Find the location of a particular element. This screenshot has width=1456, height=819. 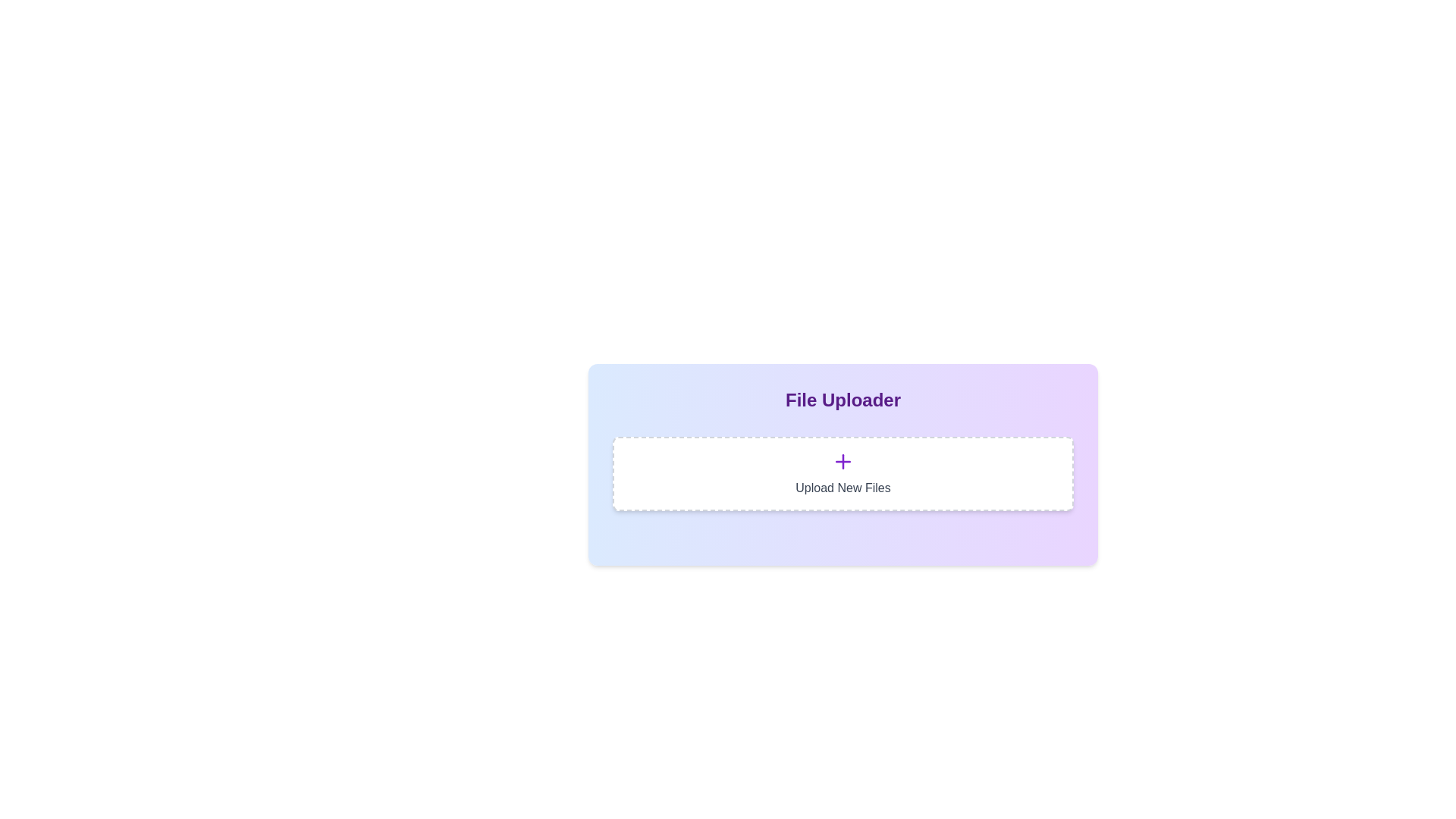

the button with a white background and gray dashed border labeled 'Upload New Files' is located at coordinates (843, 472).